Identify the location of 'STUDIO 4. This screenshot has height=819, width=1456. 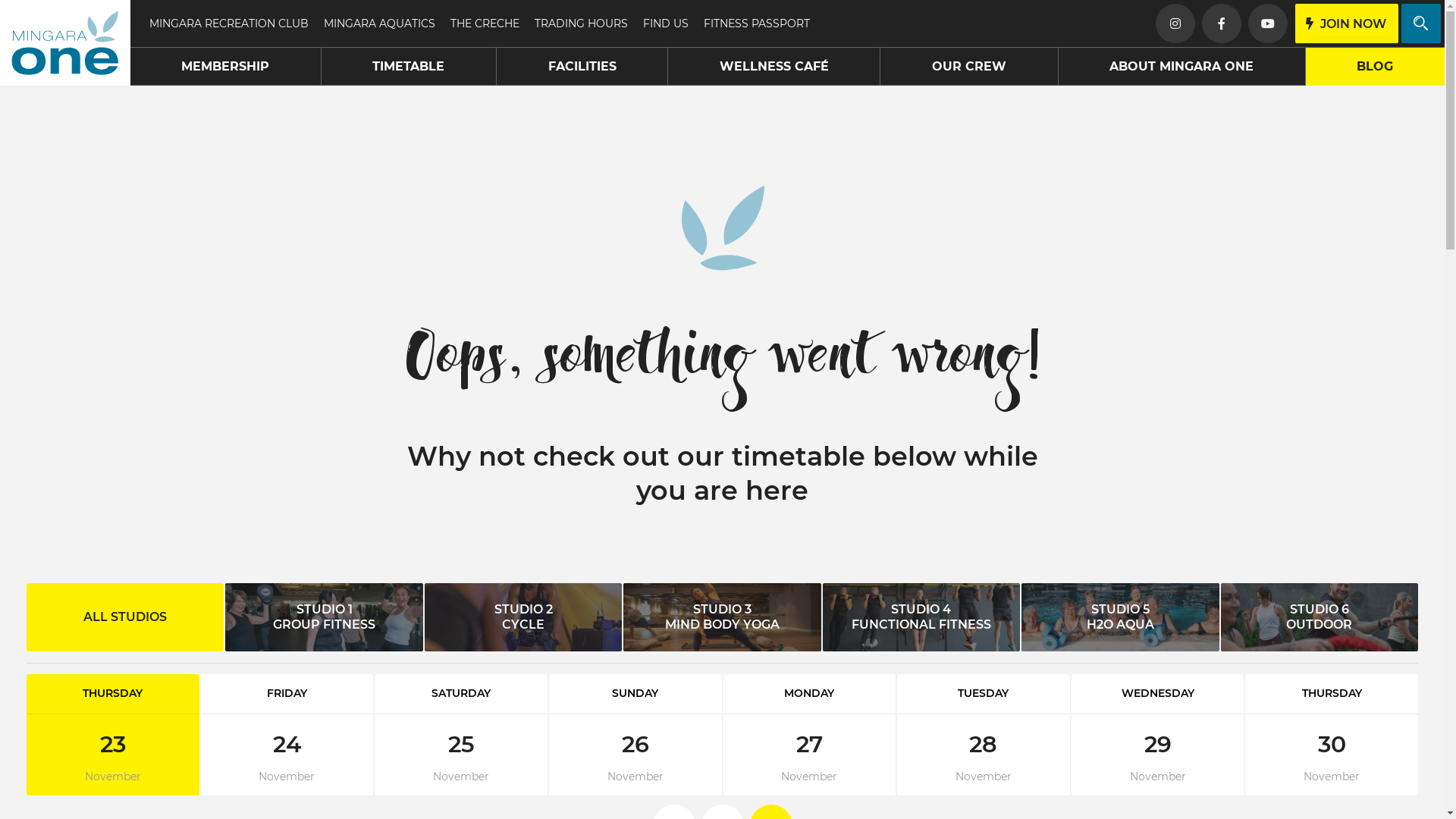
(920, 617).